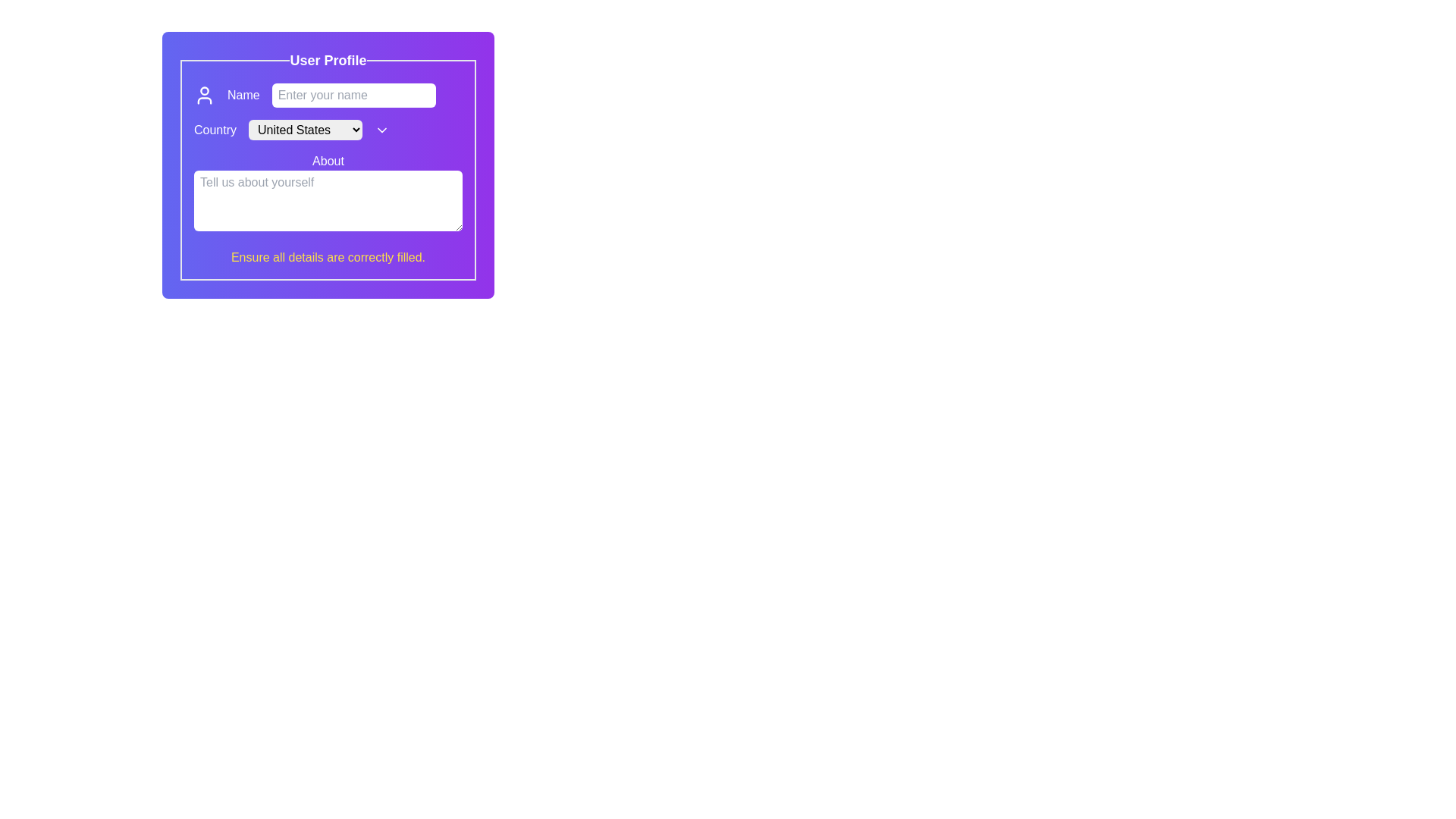 The width and height of the screenshot is (1456, 819). I want to click on the text input field labeled 'Enter your name', so click(353, 96).